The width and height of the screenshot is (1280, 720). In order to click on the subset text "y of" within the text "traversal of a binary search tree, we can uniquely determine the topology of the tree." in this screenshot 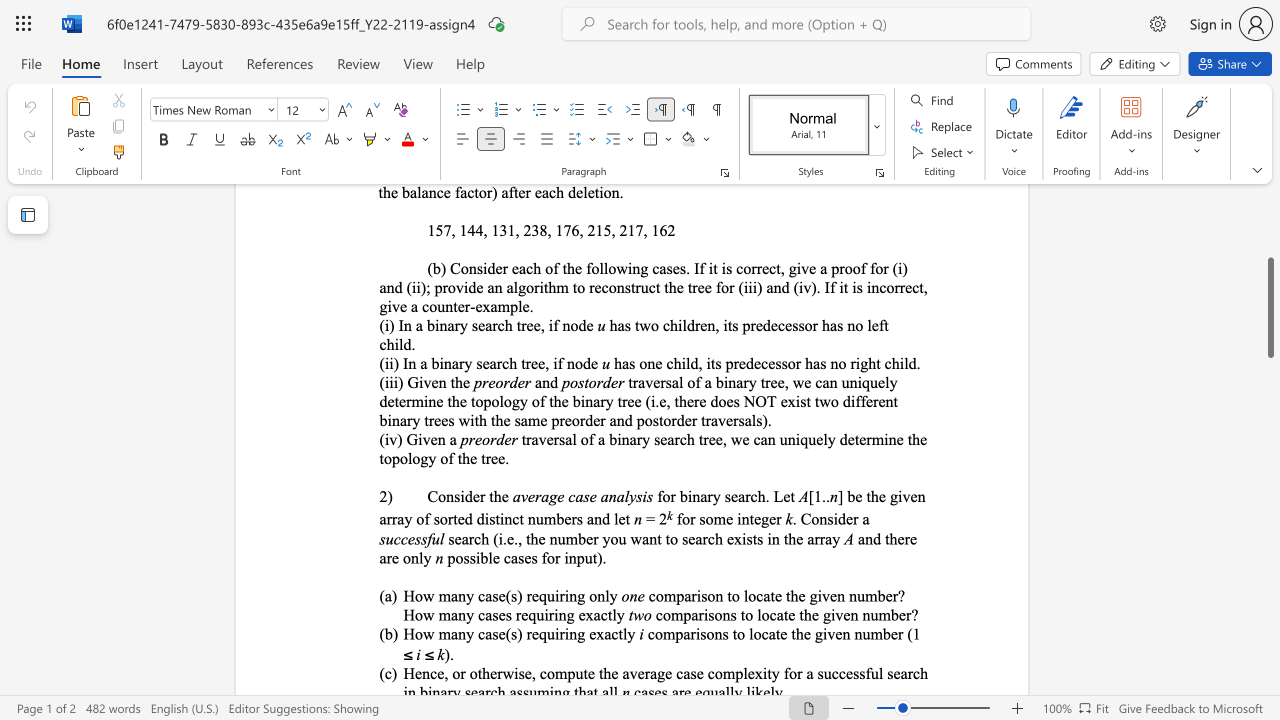, I will do `click(427, 458)`.